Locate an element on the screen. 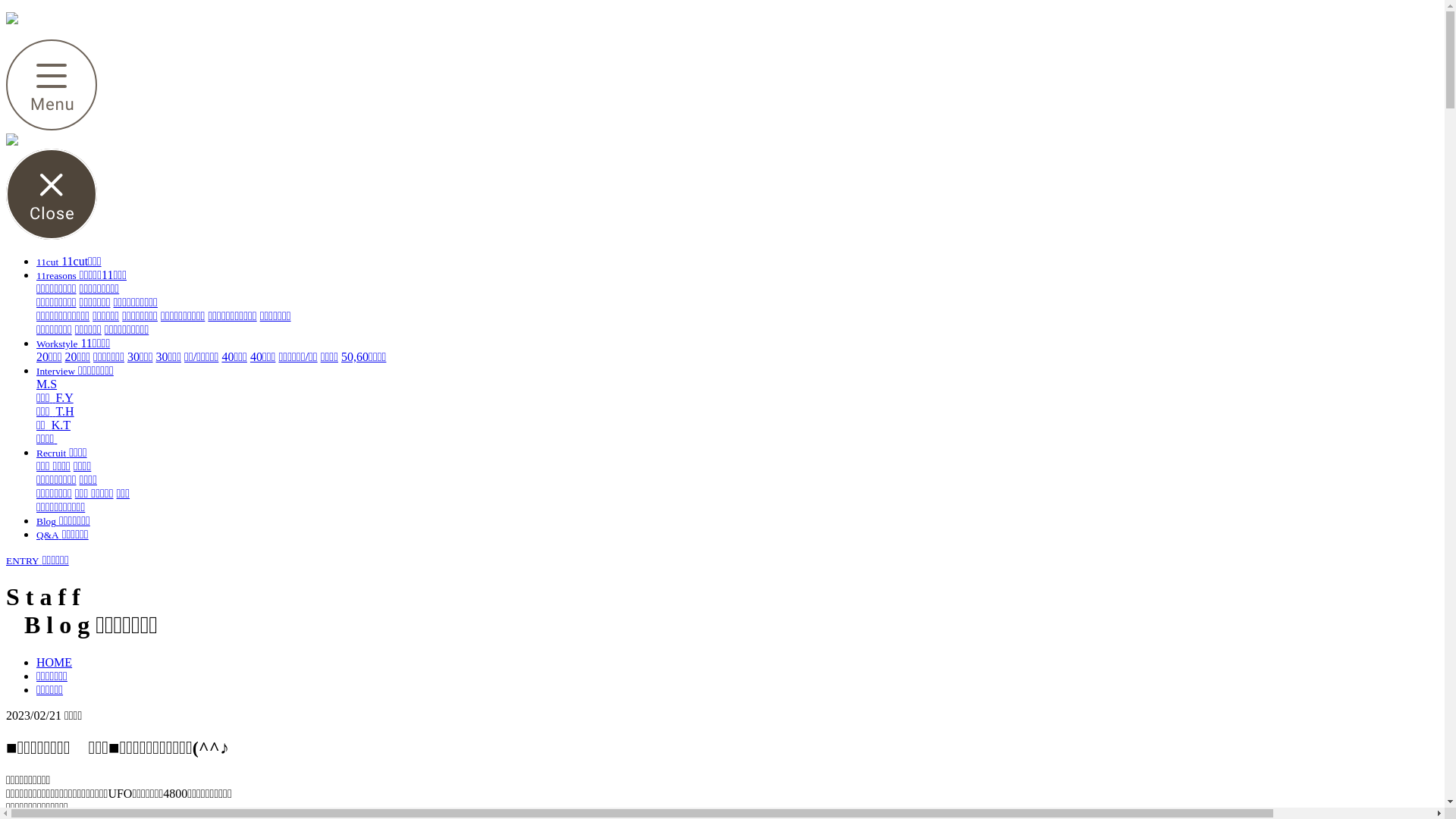 This screenshot has width=1456, height=819. 'HOME' is located at coordinates (54, 661).